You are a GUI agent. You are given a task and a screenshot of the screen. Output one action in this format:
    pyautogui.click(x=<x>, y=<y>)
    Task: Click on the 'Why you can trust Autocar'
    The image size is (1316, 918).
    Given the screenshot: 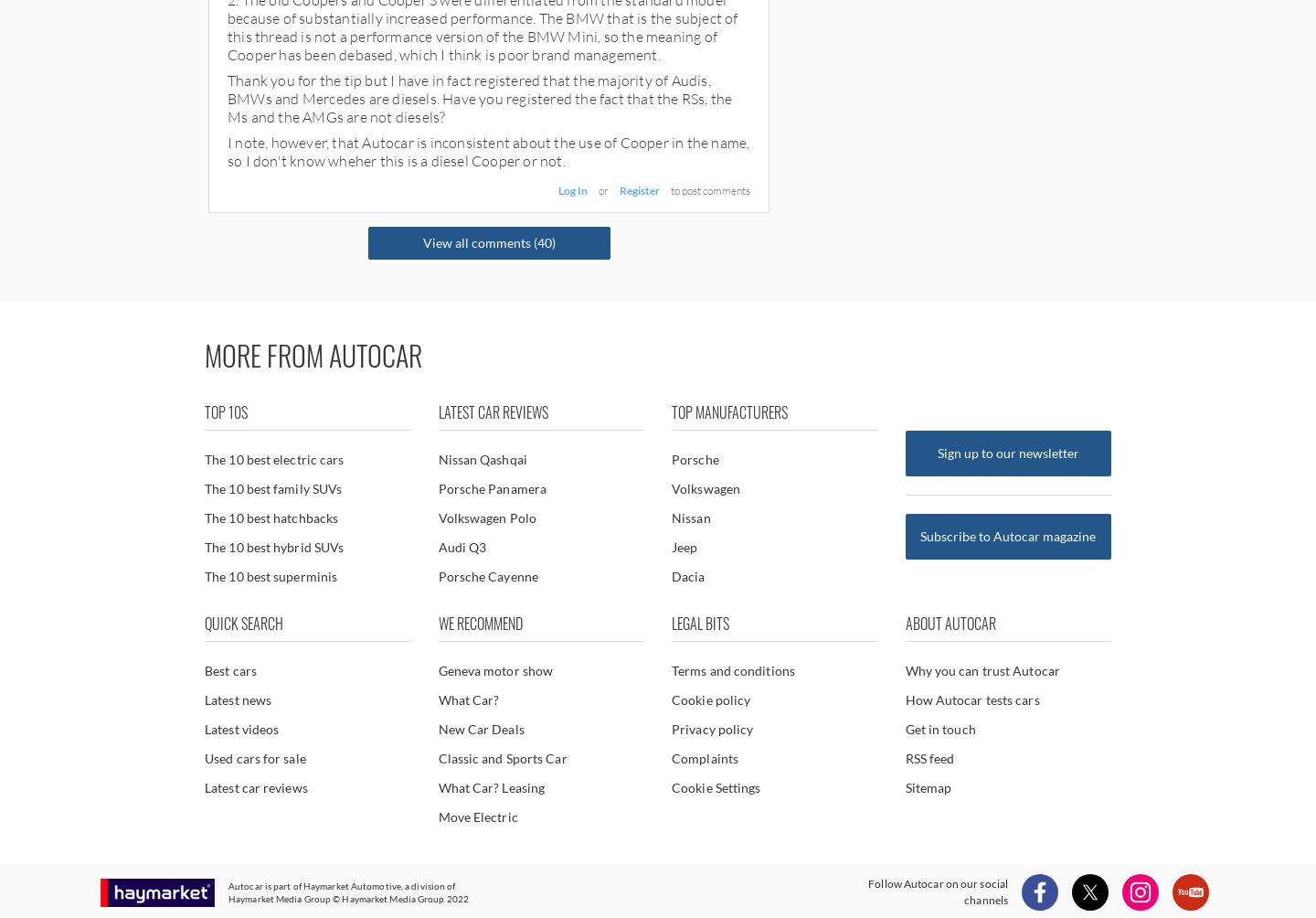 What is the action you would take?
    pyautogui.click(x=982, y=669)
    